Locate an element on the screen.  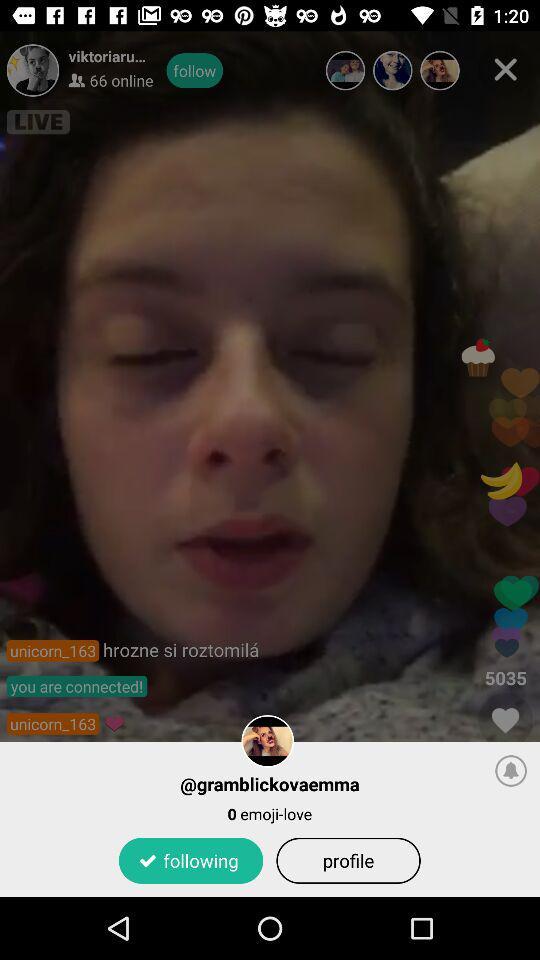
the profile item is located at coordinates (347, 859).